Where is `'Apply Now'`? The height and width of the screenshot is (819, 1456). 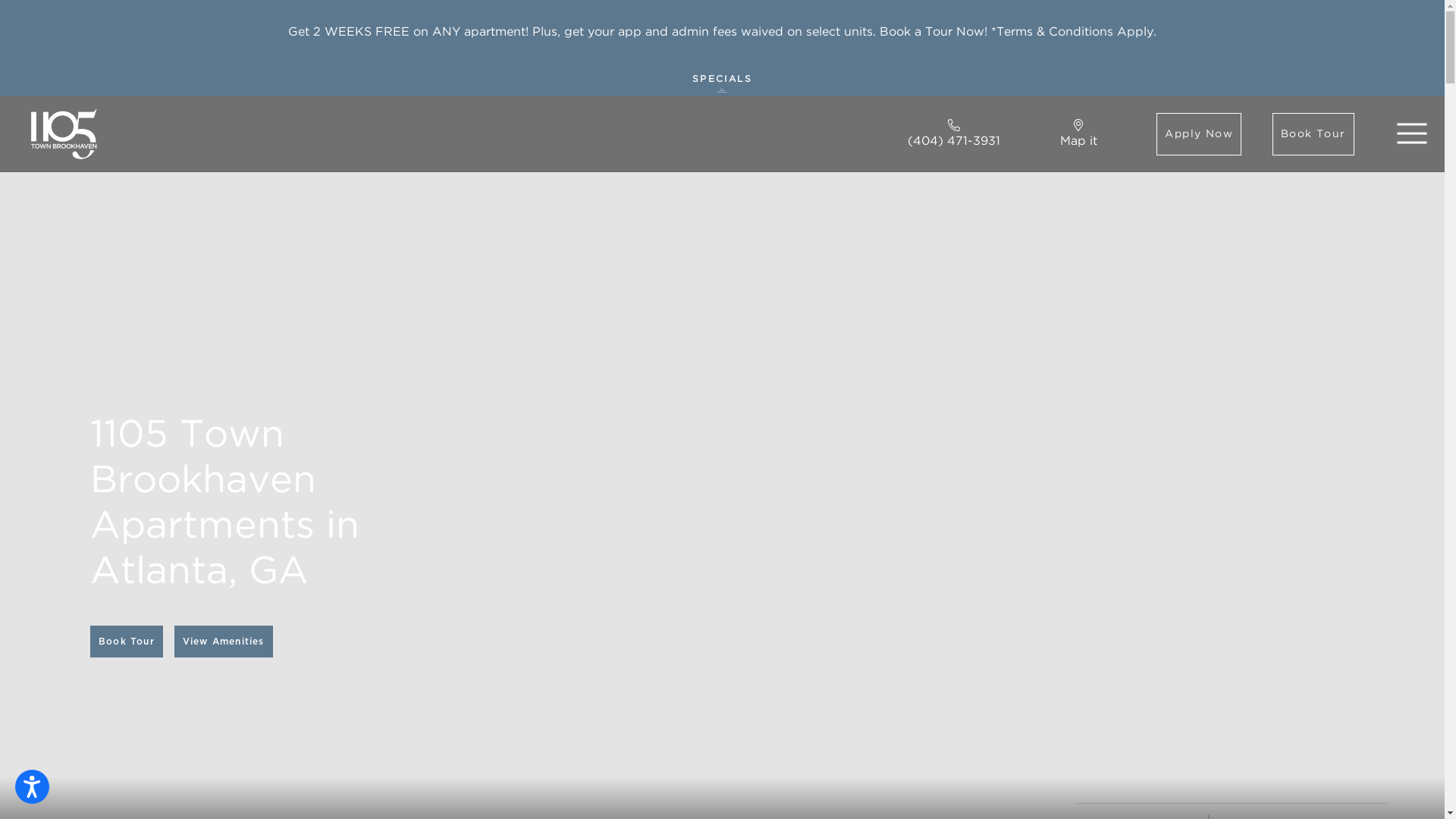
'Apply Now' is located at coordinates (1197, 133).